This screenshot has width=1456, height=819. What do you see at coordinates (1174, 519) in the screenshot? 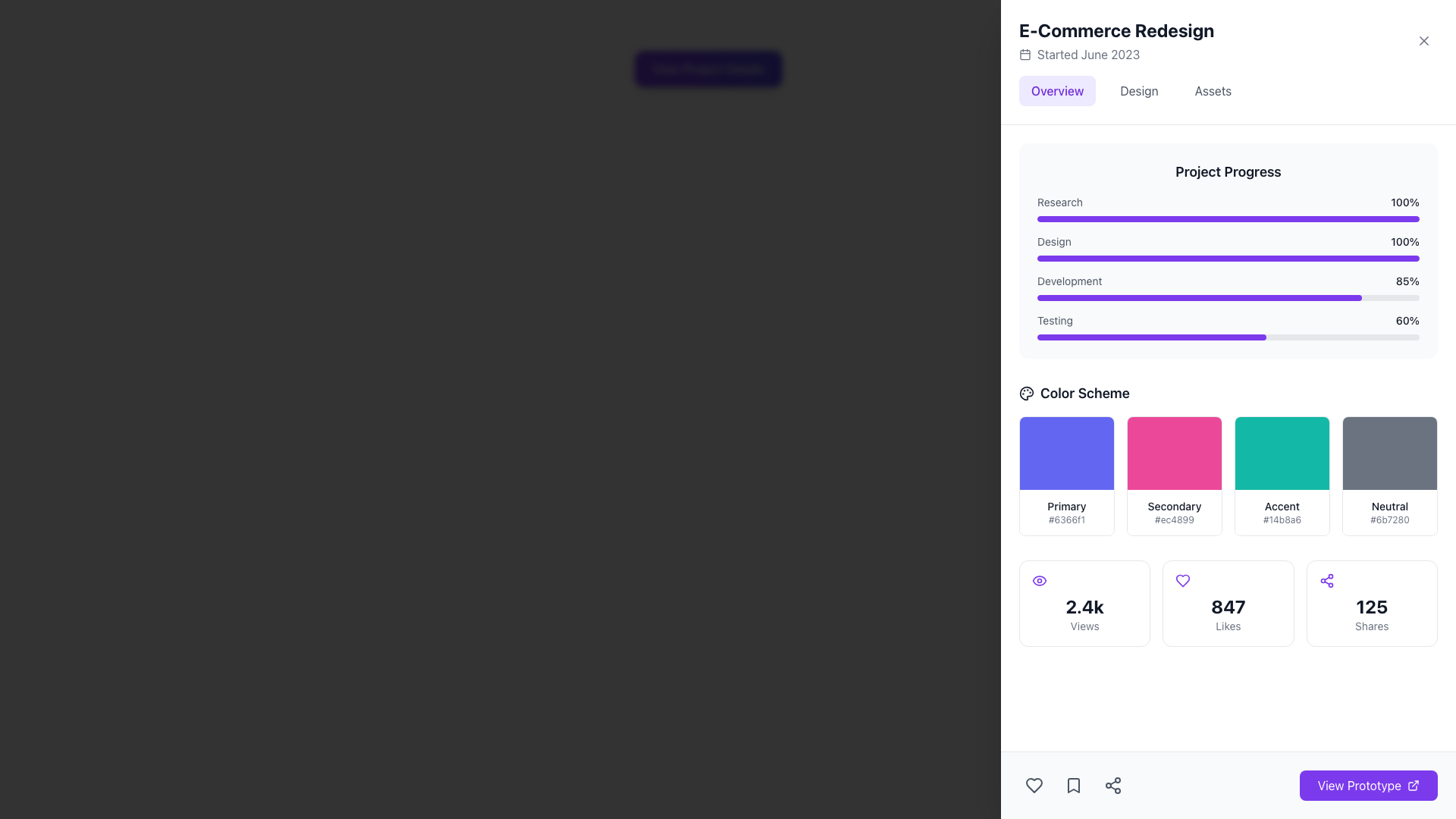
I see `the text label displaying the color code '#ec4899' located below the 'Secondary' label in the 'Color Scheme' section` at bounding box center [1174, 519].